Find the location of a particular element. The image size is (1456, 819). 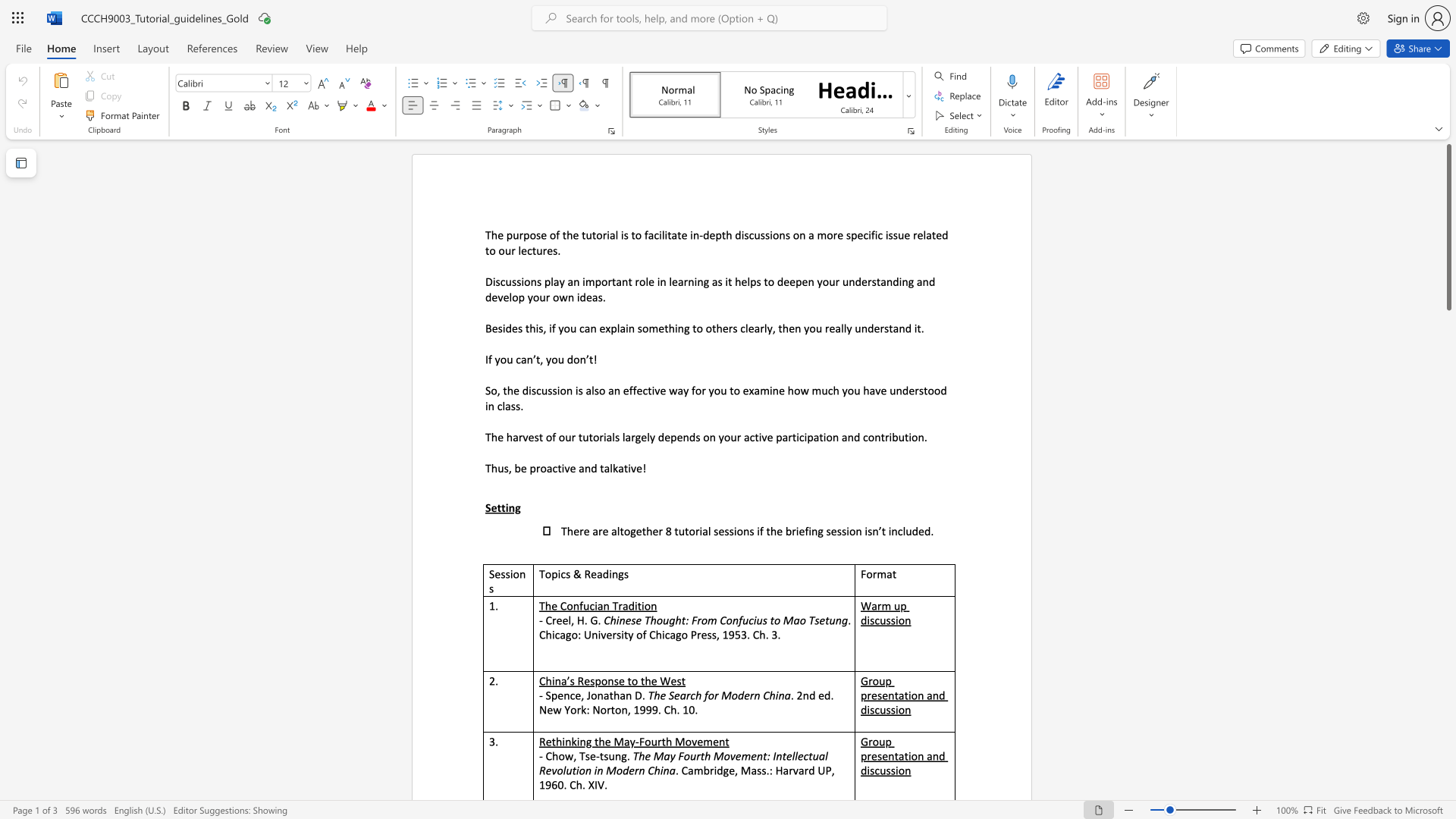

the scrollbar on the right to move the page downward is located at coordinates (1448, 537).